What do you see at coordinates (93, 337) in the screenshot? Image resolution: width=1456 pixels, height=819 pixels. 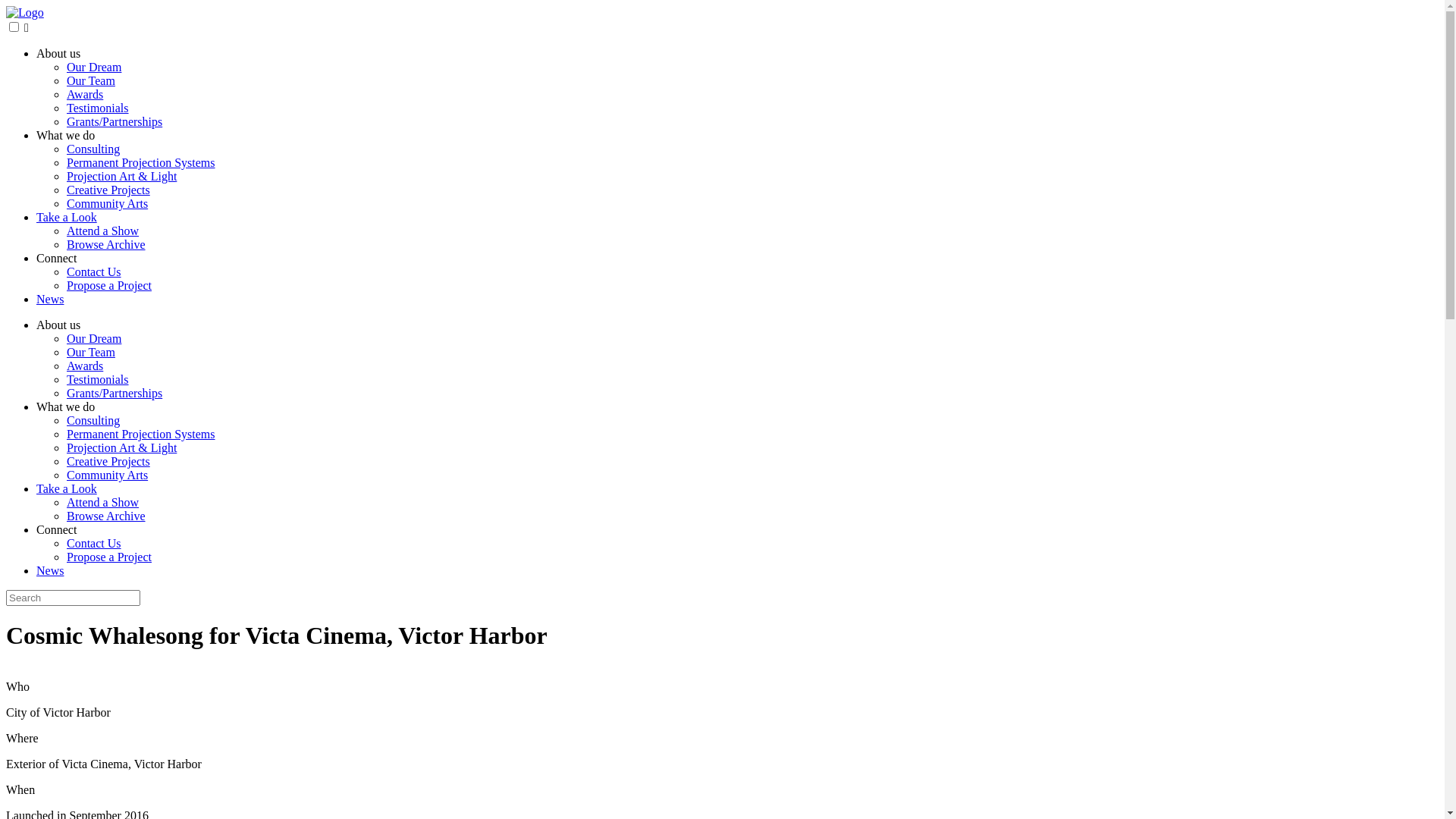 I see `'Our Dream'` at bounding box center [93, 337].